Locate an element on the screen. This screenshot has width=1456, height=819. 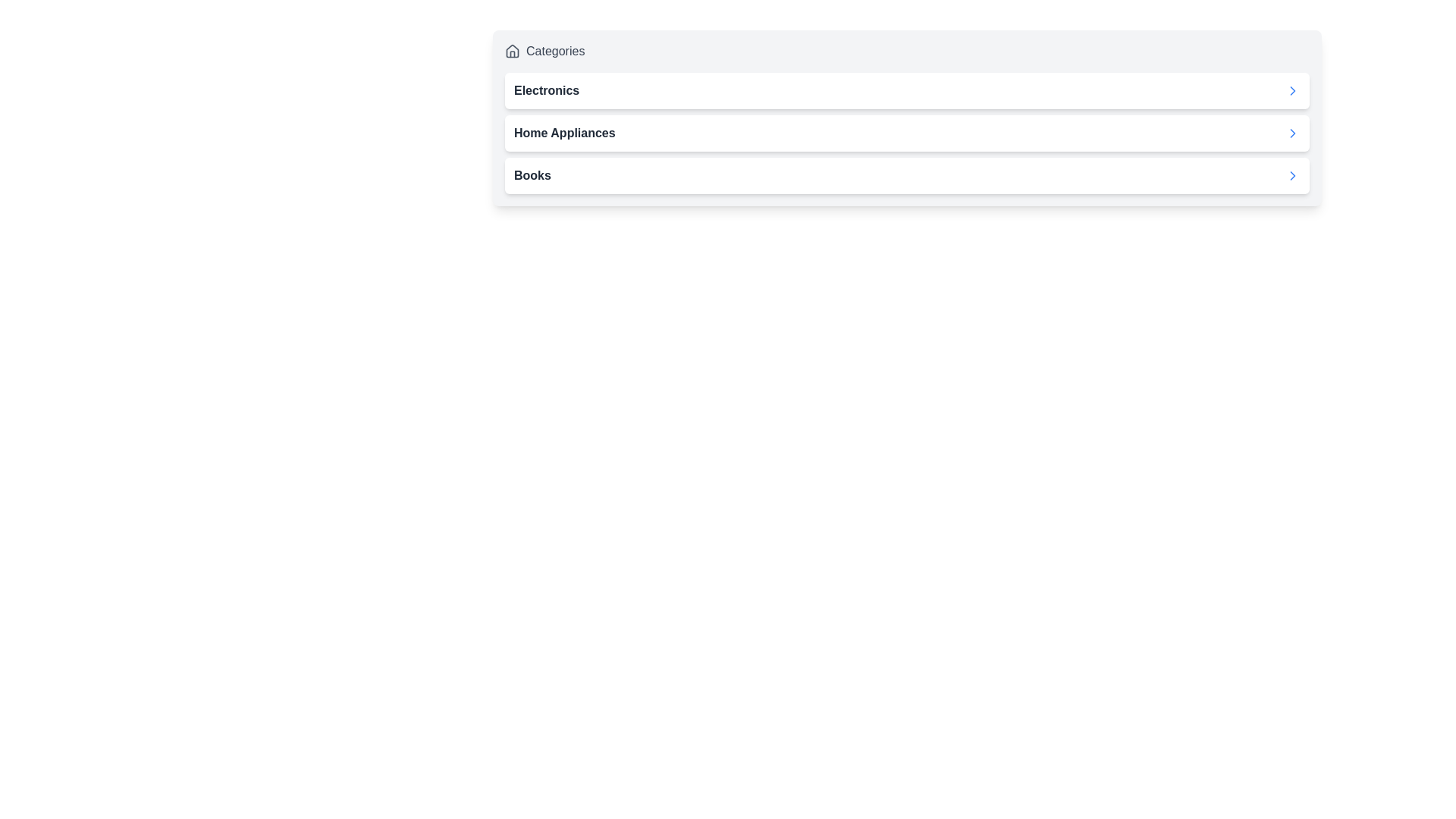
the small triangular chevron icon with a blue stroke located in the first row of the 'Electronics' list item is located at coordinates (1291, 90).